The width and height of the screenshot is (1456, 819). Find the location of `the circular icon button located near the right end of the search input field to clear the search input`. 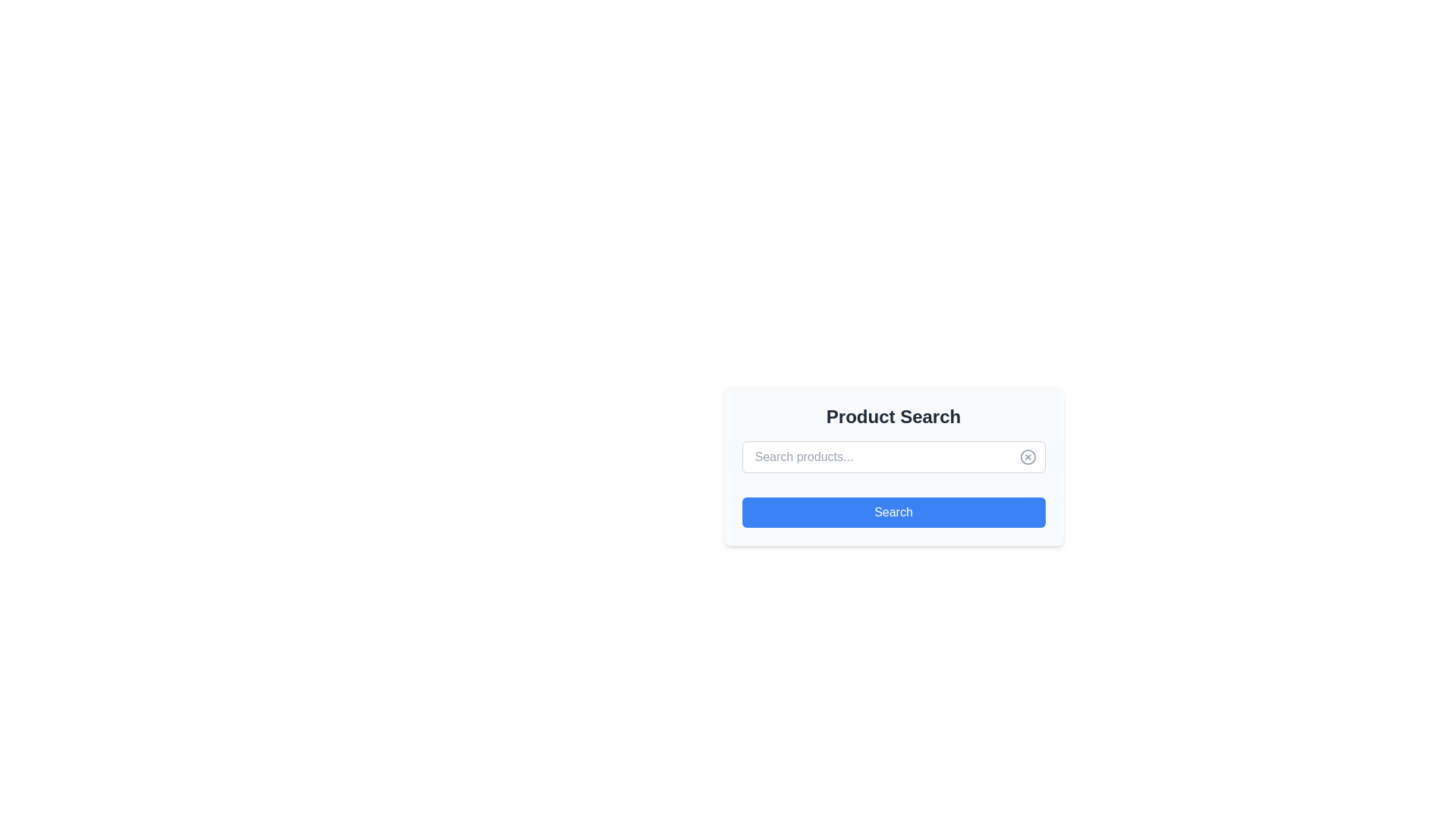

the circular icon button located near the right end of the search input field to clear the search input is located at coordinates (1028, 456).